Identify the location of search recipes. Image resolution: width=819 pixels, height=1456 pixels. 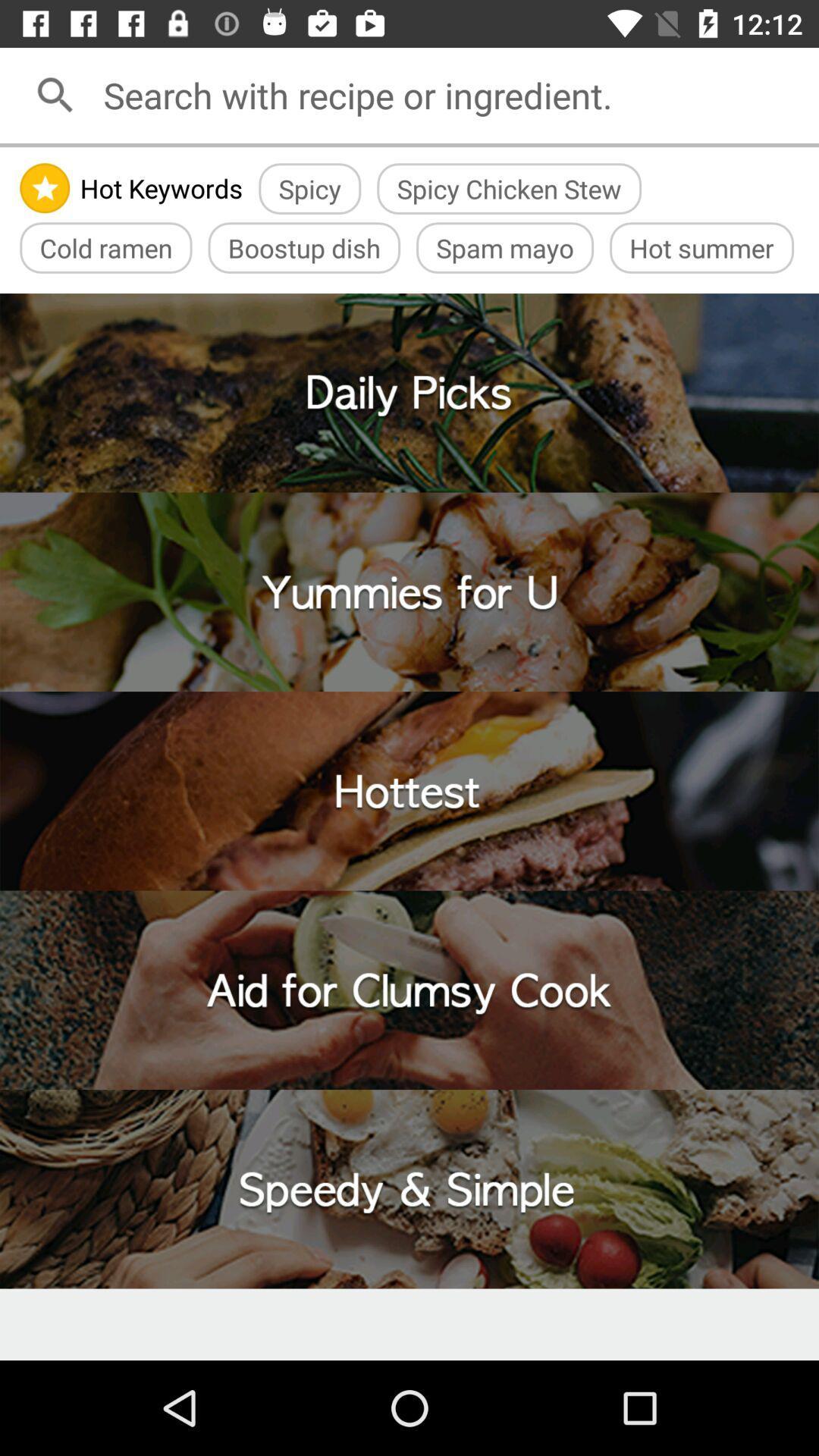
(455, 94).